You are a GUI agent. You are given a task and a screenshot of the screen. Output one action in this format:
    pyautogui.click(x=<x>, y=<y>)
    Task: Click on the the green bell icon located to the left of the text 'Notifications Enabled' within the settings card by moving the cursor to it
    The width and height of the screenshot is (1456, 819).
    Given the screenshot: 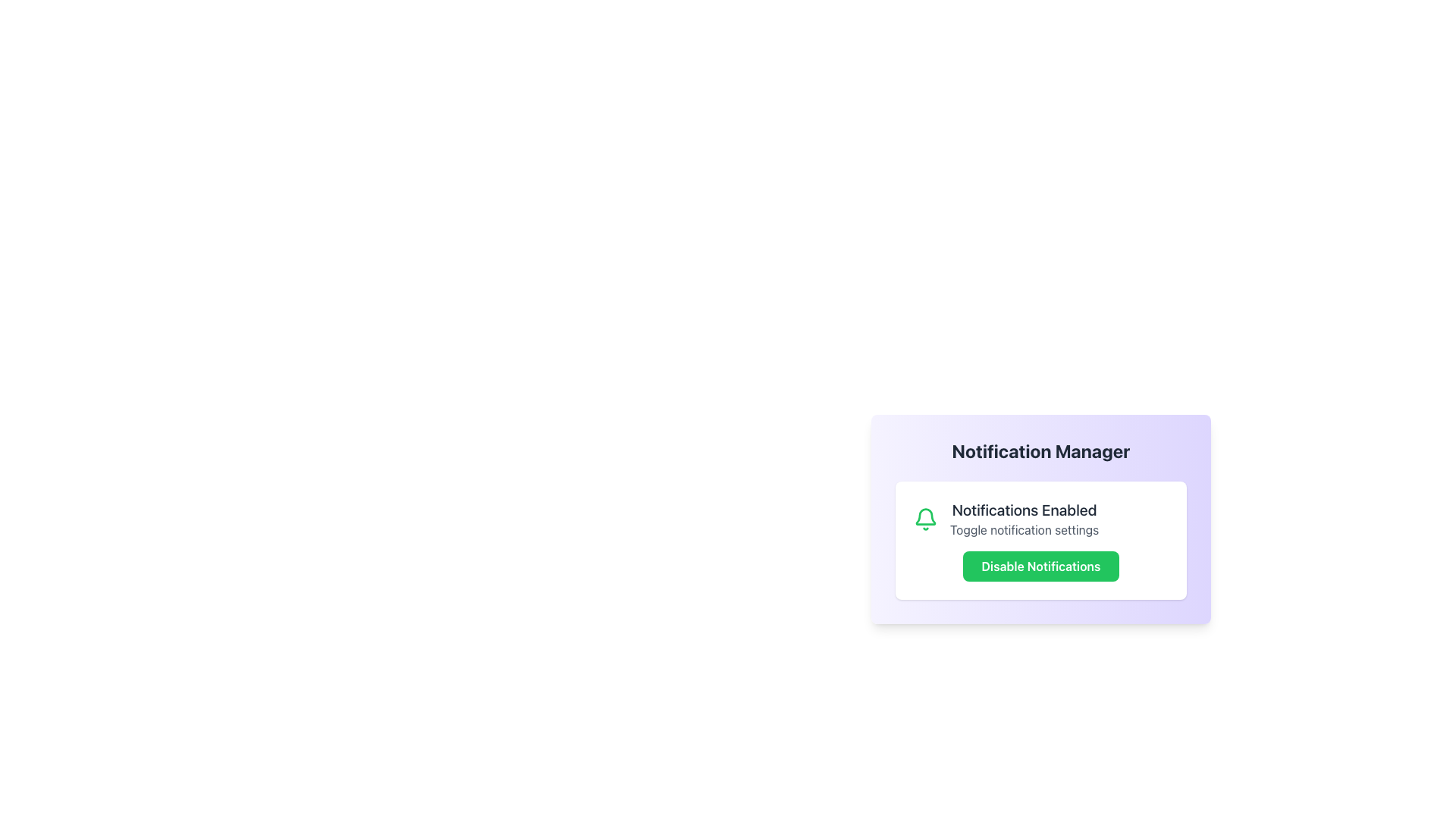 What is the action you would take?
    pyautogui.click(x=924, y=519)
    